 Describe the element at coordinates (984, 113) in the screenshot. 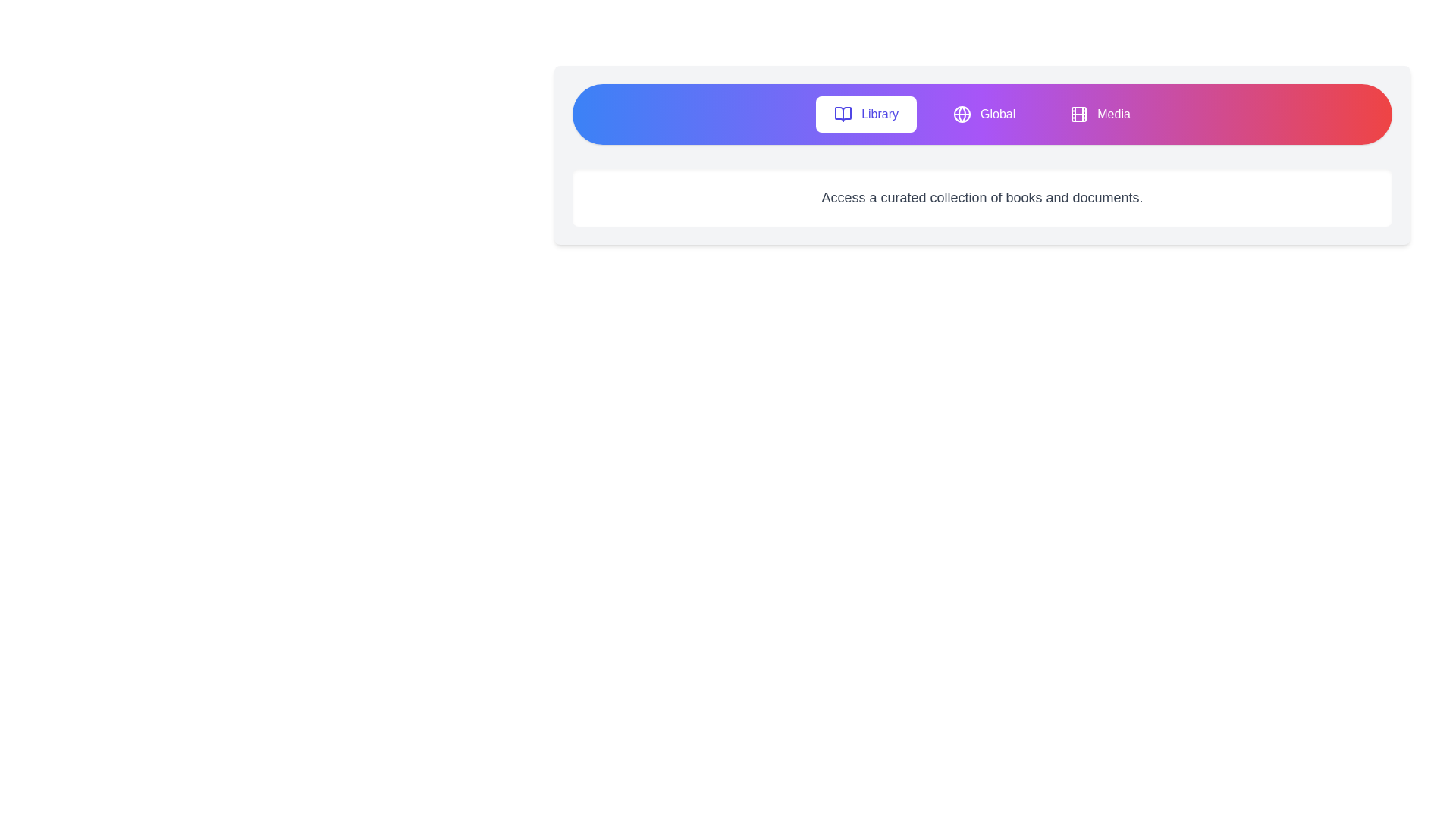

I see `the Global tab button to switch to the corresponding tab` at that location.